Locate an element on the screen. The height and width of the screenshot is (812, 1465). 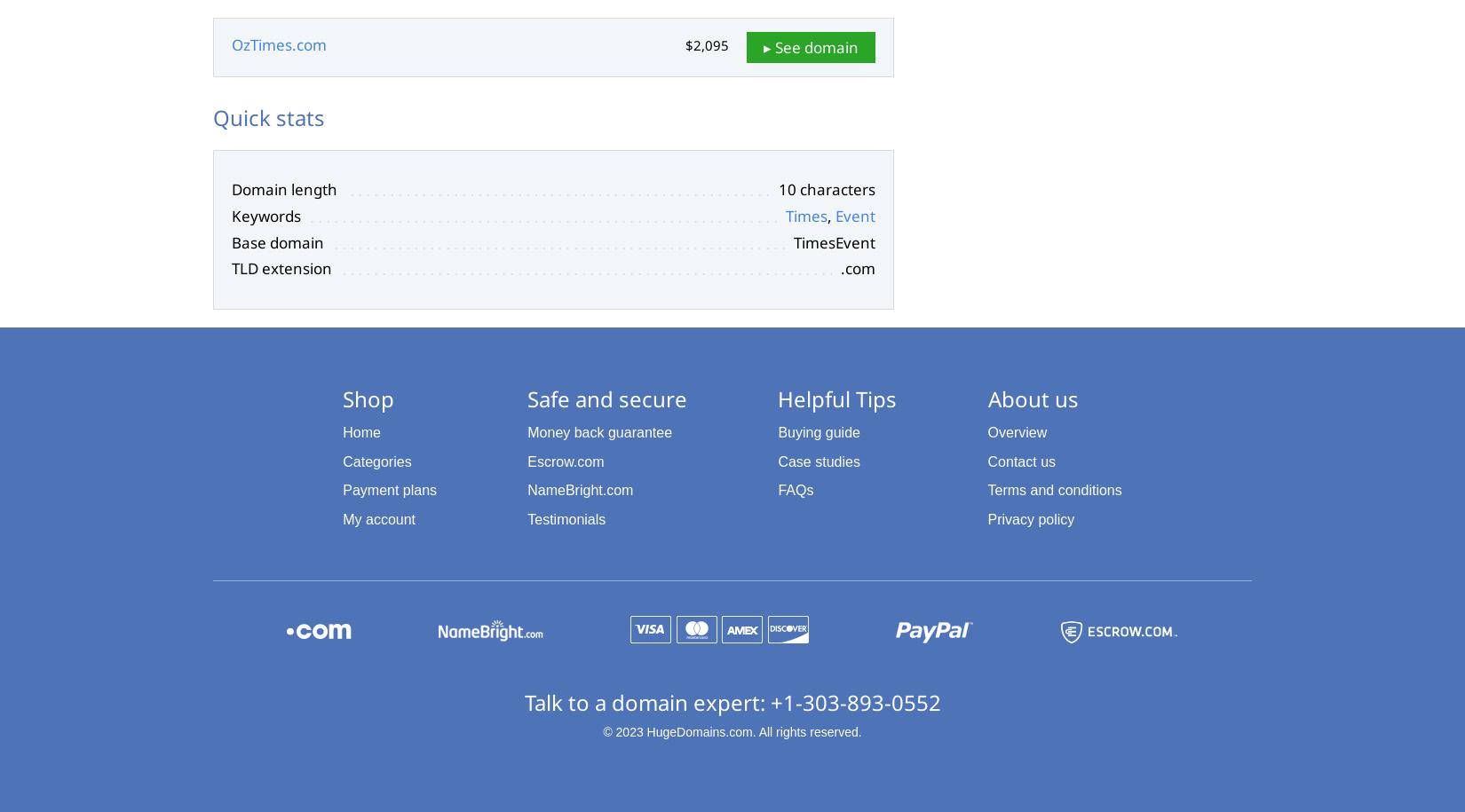
'Categories' is located at coordinates (376, 461).